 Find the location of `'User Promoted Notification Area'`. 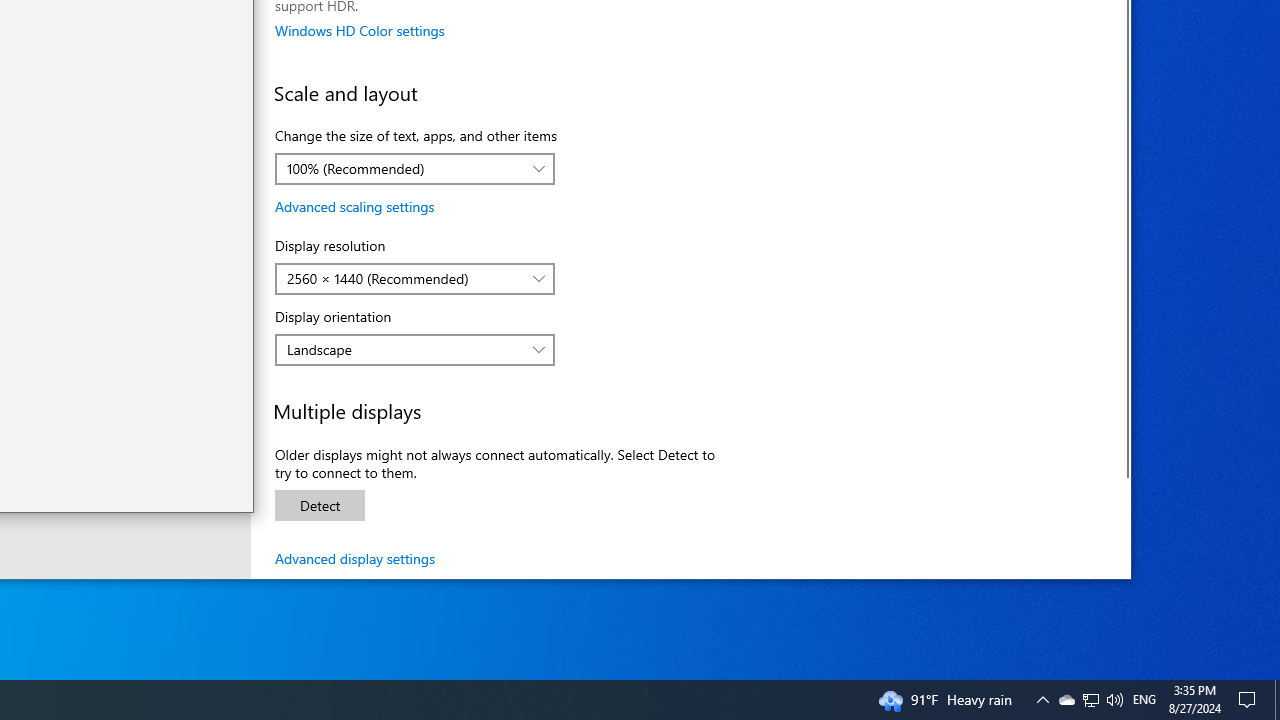

'User Promoted Notification Area' is located at coordinates (1089, 698).